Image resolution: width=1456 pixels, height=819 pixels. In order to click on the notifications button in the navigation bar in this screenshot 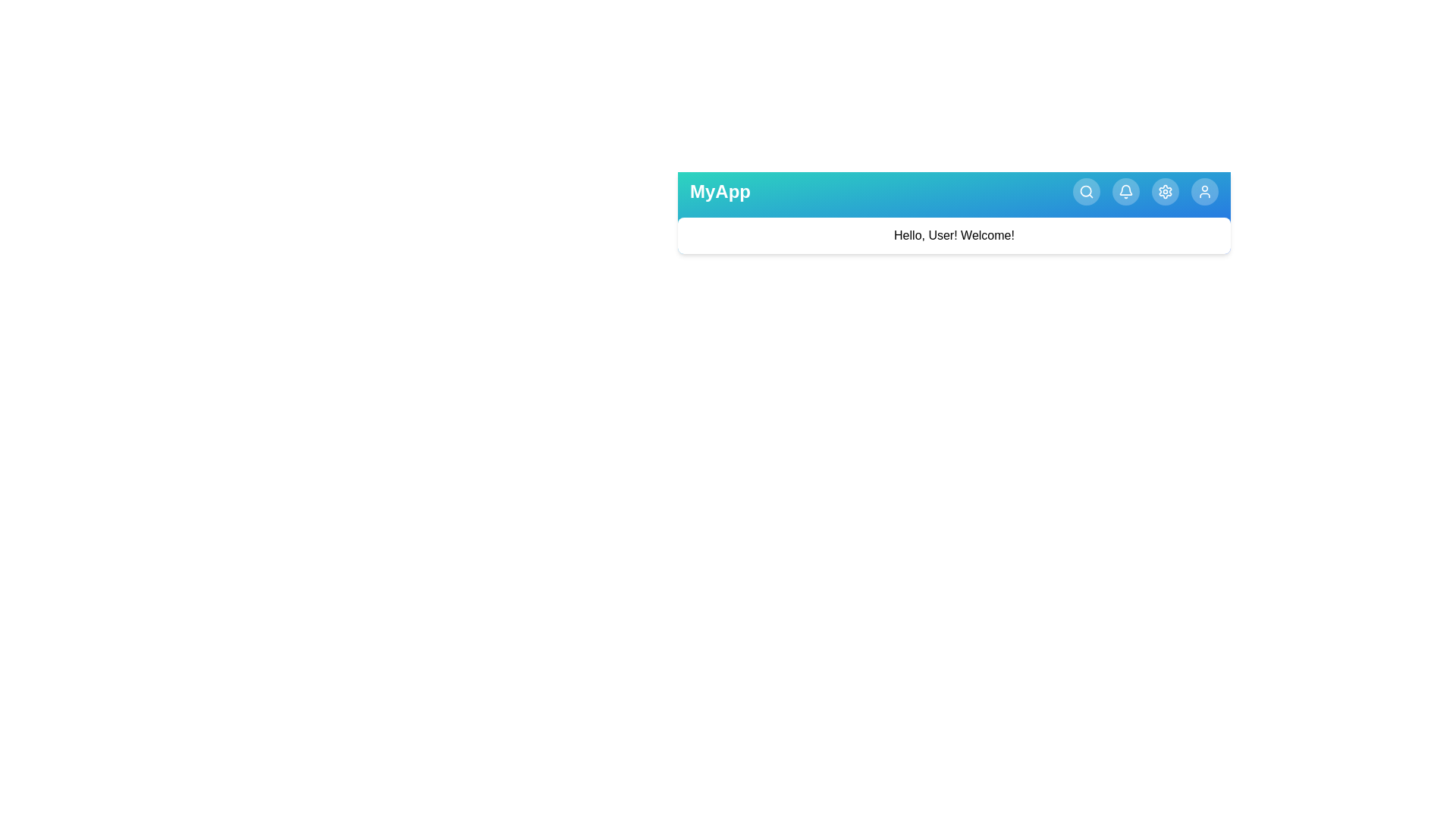, I will do `click(1125, 191)`.